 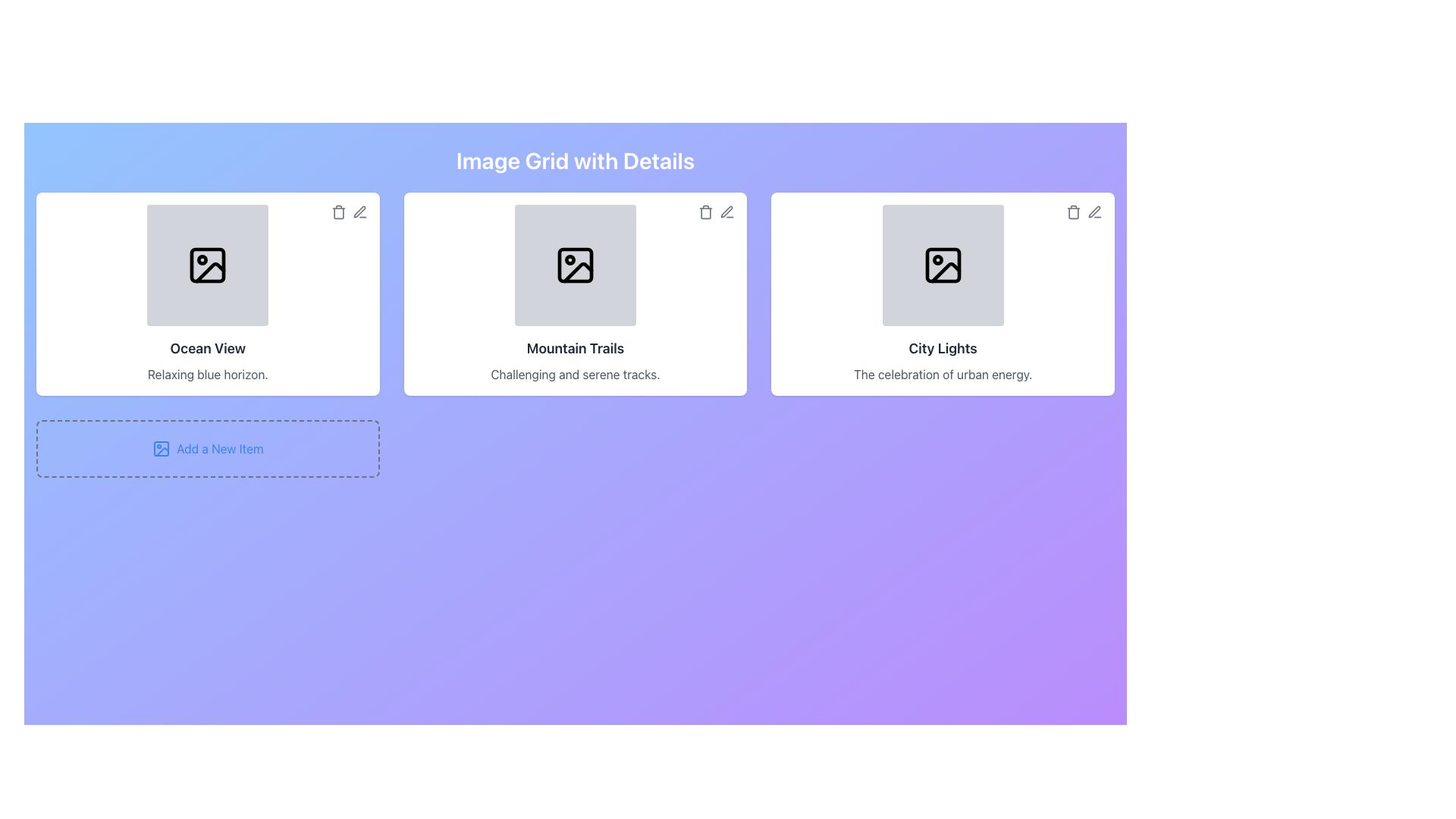 What do you see at coordinates (162, 447) in the screenshot?
I see `the small rectangular icon with rounded corners located inside the dashed outline box labeled 'Add a New Item'` at bounding box center [162, 447].